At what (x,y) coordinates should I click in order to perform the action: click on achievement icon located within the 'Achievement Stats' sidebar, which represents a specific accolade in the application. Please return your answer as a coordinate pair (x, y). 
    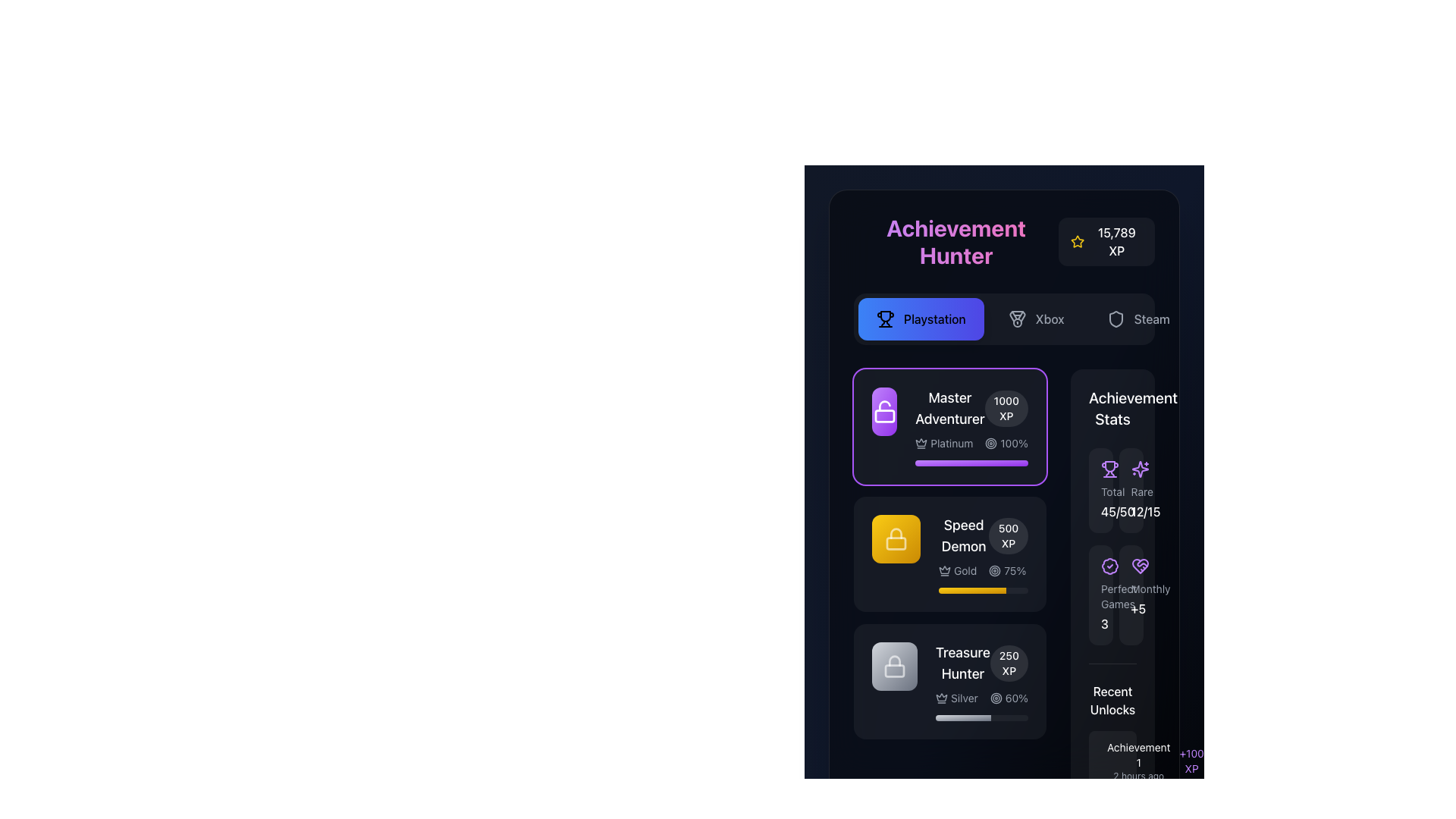
    Looking at the image, I should click on (1110, 566).